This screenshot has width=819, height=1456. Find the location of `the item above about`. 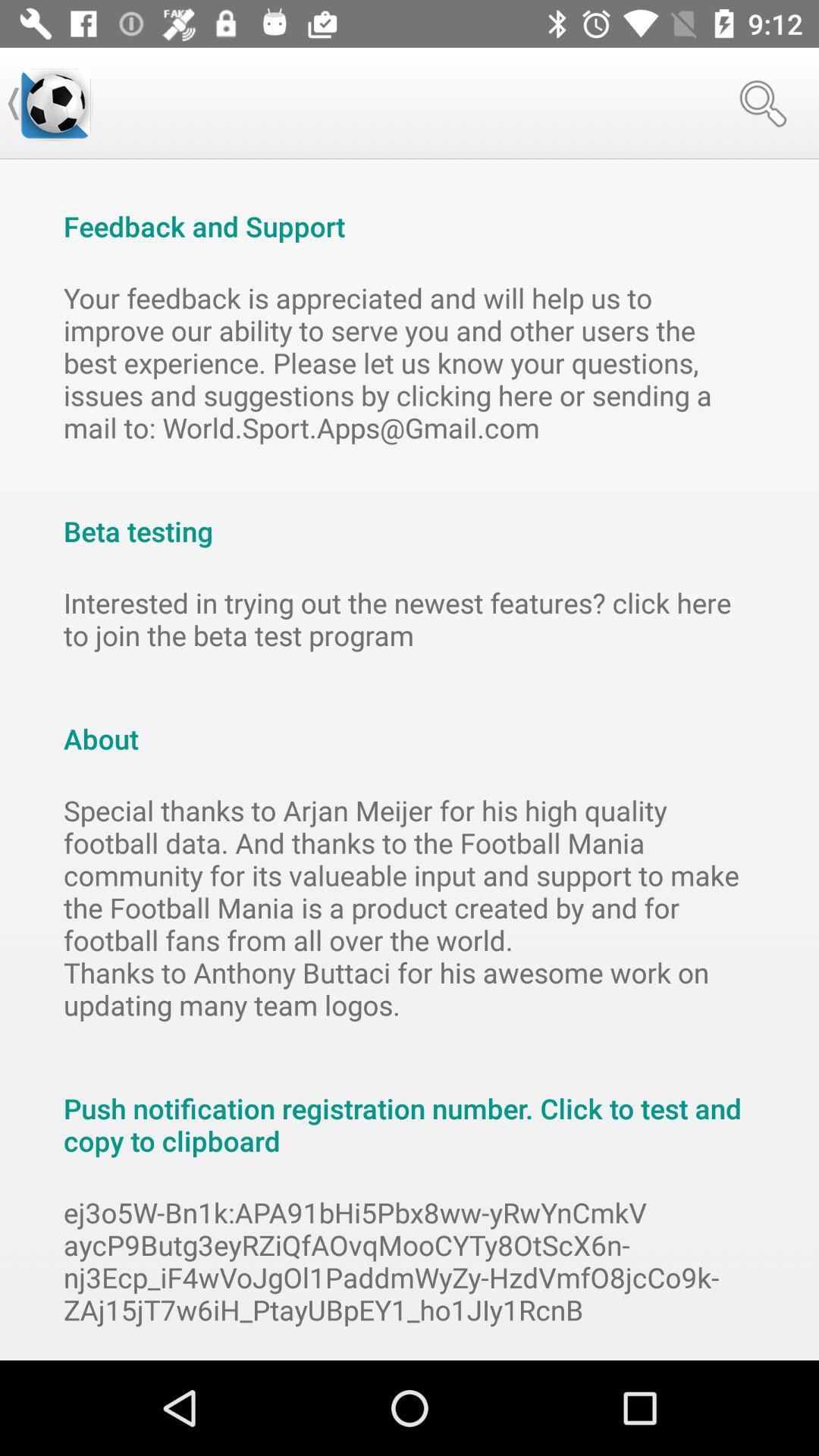

the item above about is located at coordinates (409, 619).